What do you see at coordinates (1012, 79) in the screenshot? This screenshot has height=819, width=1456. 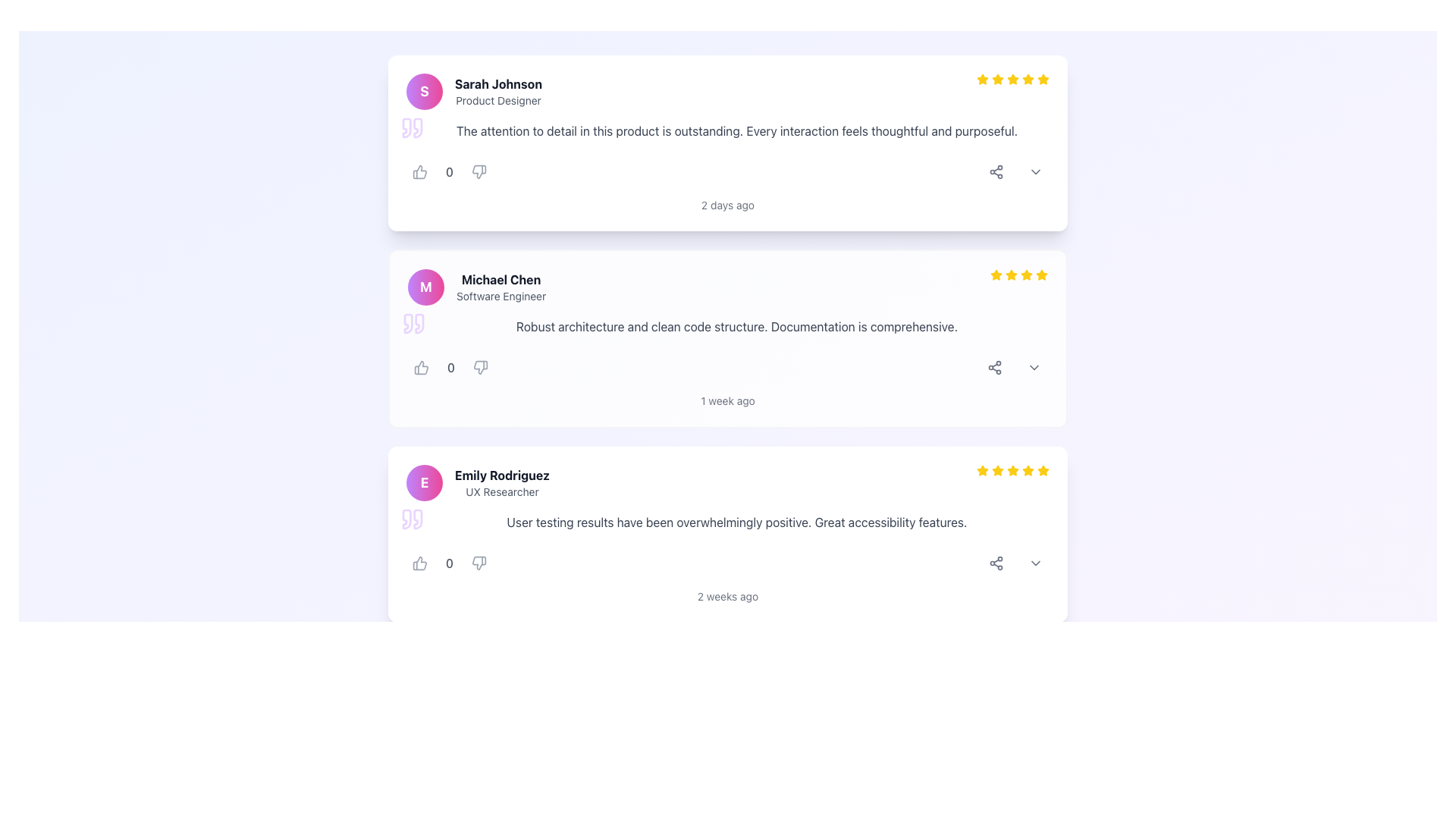 I see `the yellow star icon, which is the fifth in a horizontal row of five stars located to the top right of Sarah Johnson's comment box` at bounding box center [1012, 79].